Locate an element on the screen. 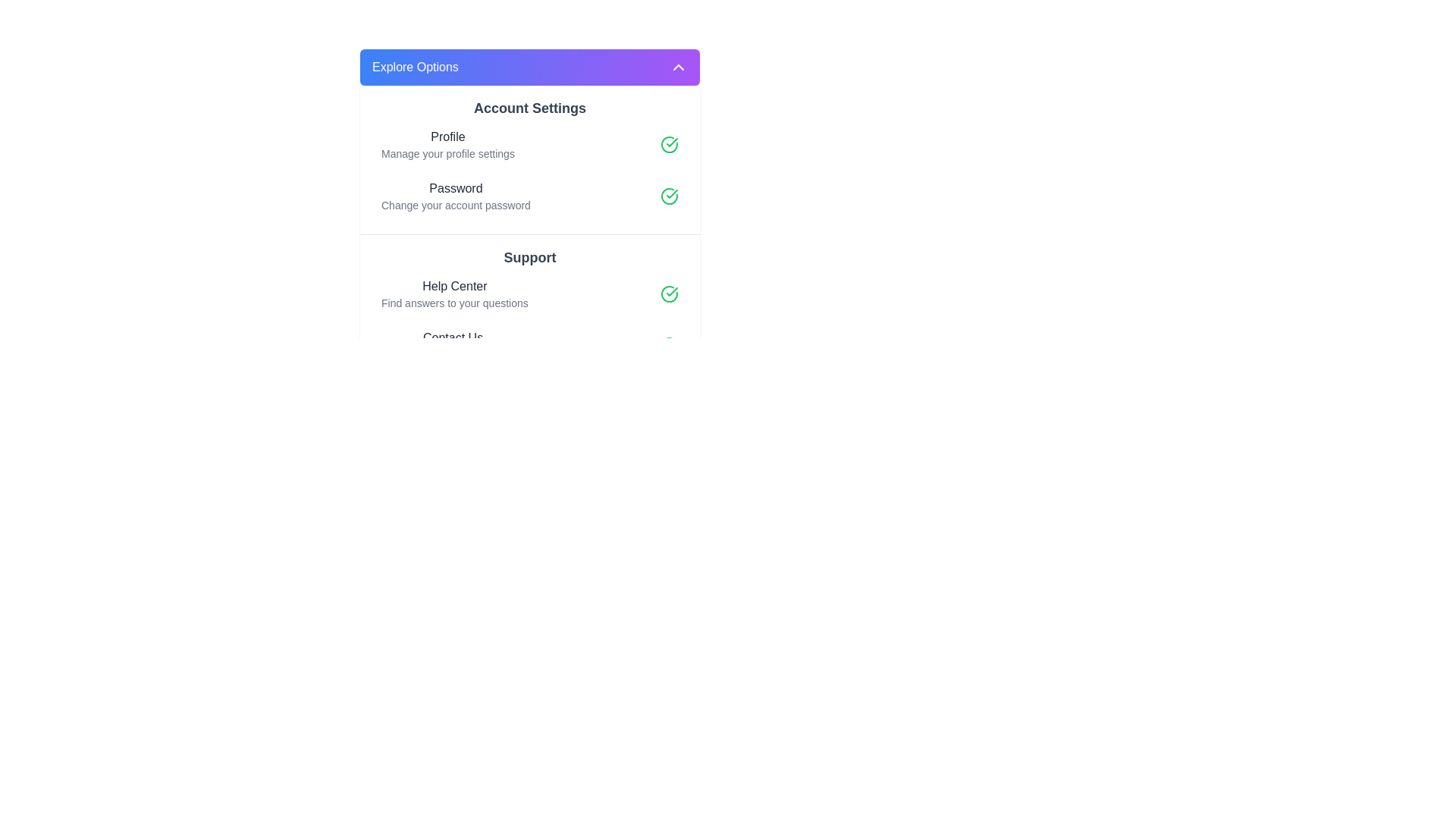 The width and height of the screenshot is (1456, 819). the text label reading 'Manage your profile settings', which is styled in a smaller gray font and positioned directly beneath the heading 'Profile' in the 'Account Settings' section is located at coordinates (447, 154).